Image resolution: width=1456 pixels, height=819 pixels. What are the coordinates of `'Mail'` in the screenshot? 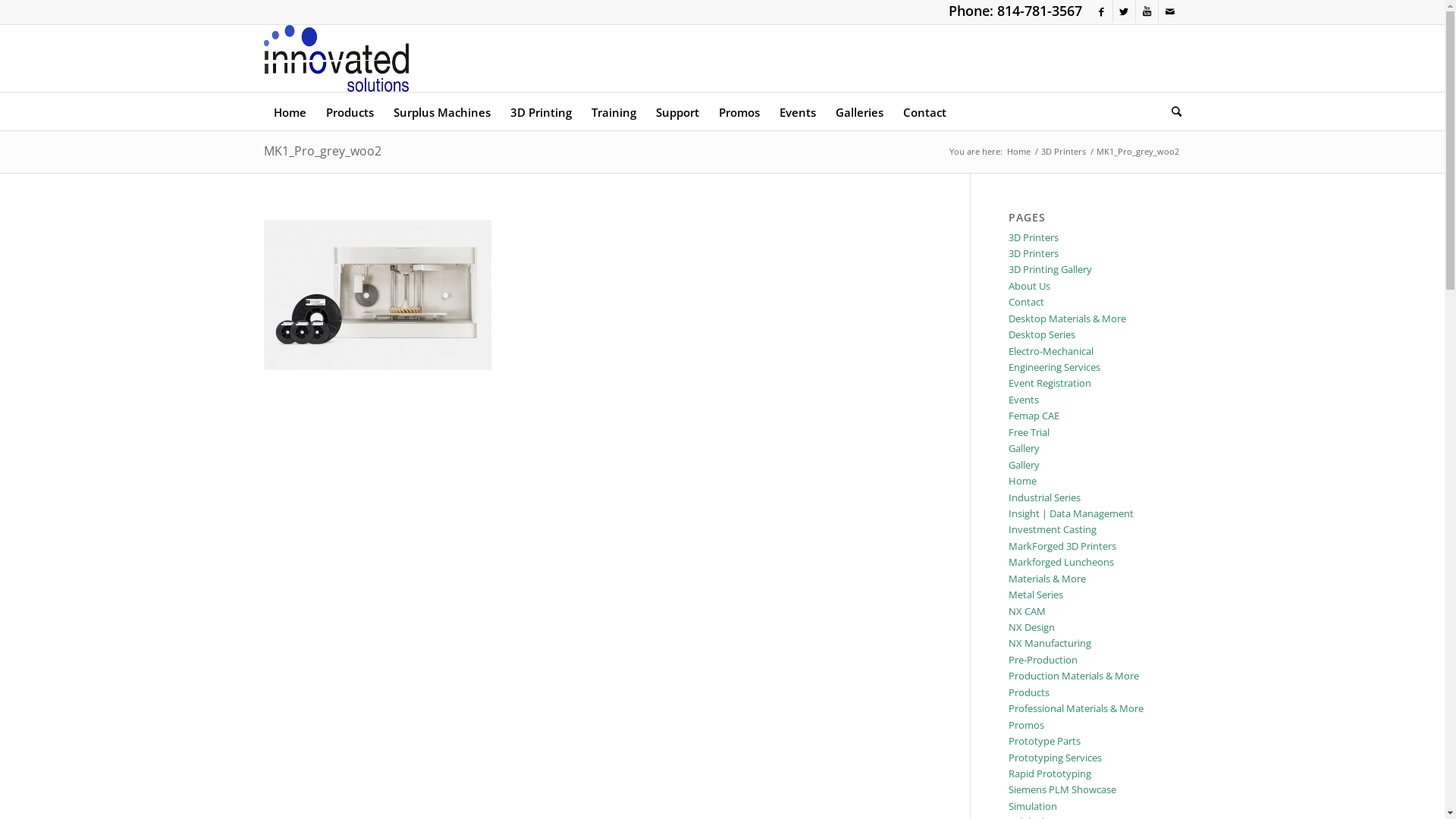 It's located at (1169, 11).